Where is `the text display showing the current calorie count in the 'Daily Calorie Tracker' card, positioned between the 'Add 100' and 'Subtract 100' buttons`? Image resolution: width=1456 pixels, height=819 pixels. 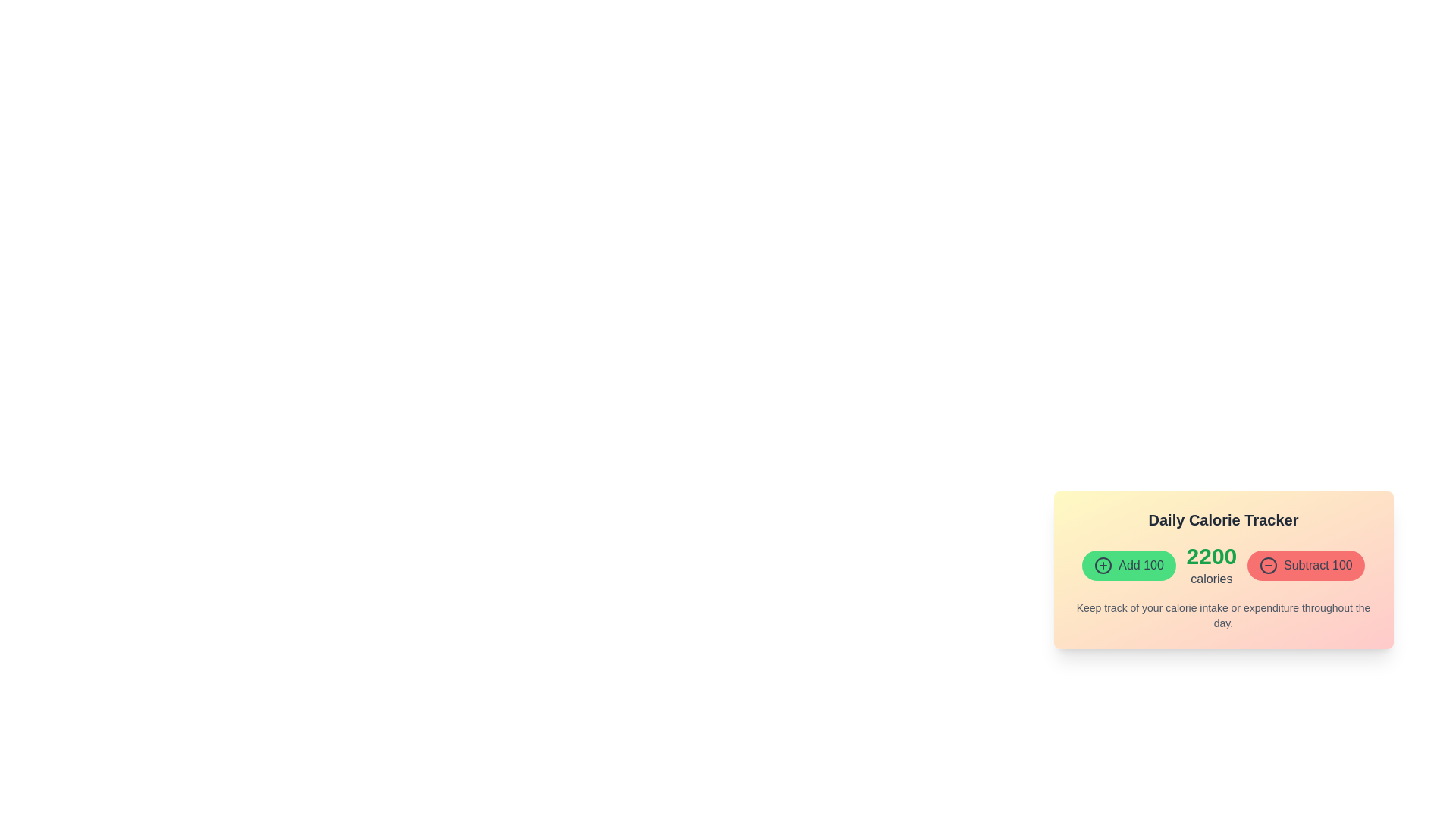 the text display showing the current calorie count in the 'Daily Calorie Tracker' card, positioned between the 'Add 100' and 'Subtract 100' buttons is located at coordinates (1211, 556).